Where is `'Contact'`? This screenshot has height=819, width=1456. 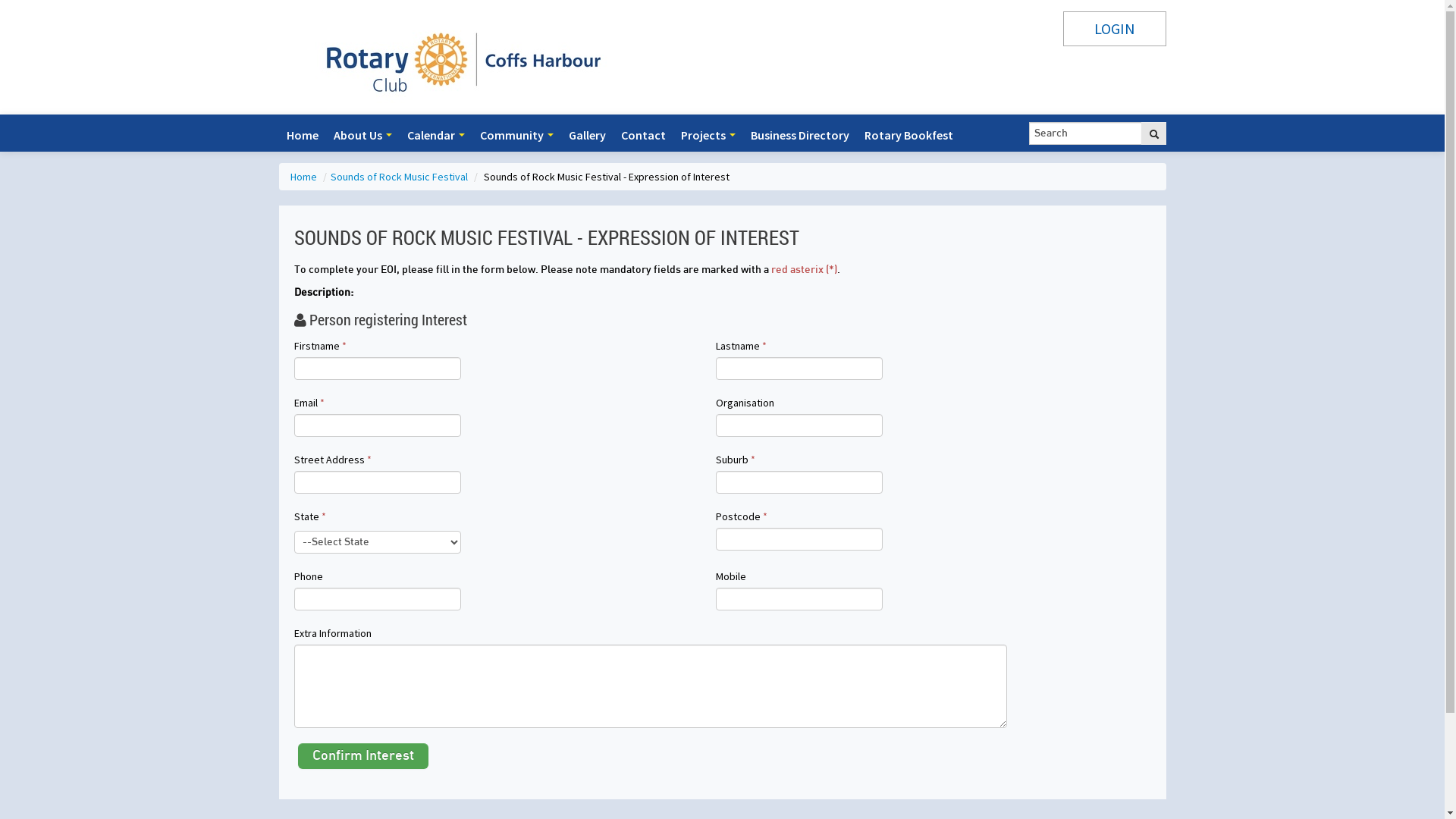
'Contact' is located at coordinates (642, 133).